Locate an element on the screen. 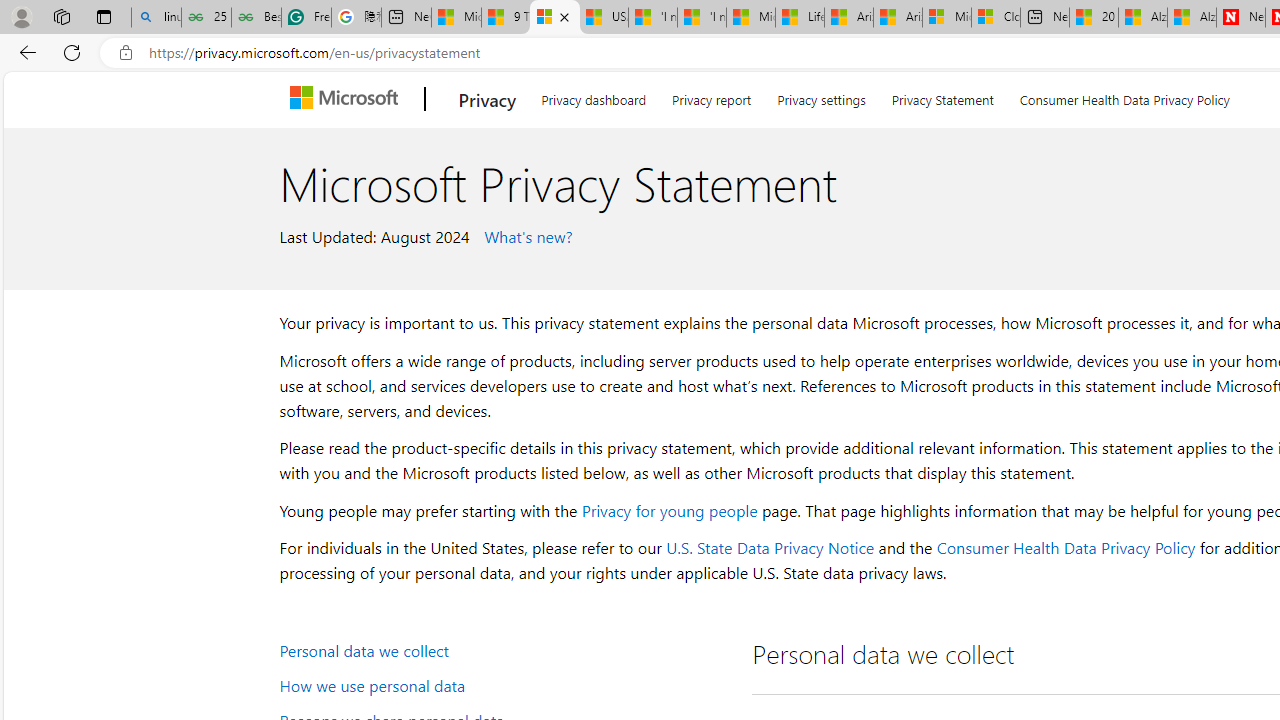  'Lifestyle - MSN' is located at coordinates (800, 17).